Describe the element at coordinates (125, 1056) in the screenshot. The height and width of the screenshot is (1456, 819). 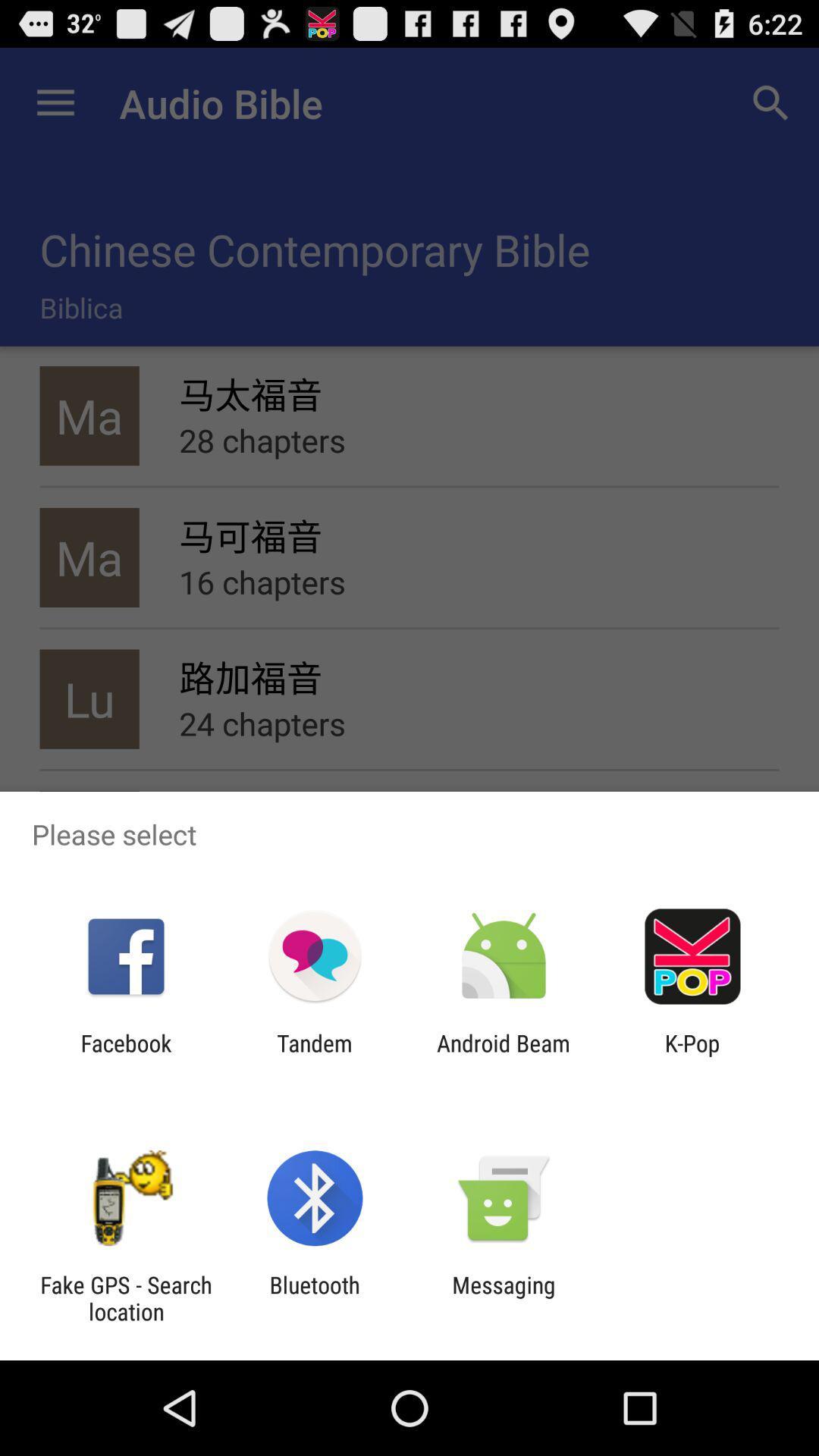
I see `facebook` at that location.